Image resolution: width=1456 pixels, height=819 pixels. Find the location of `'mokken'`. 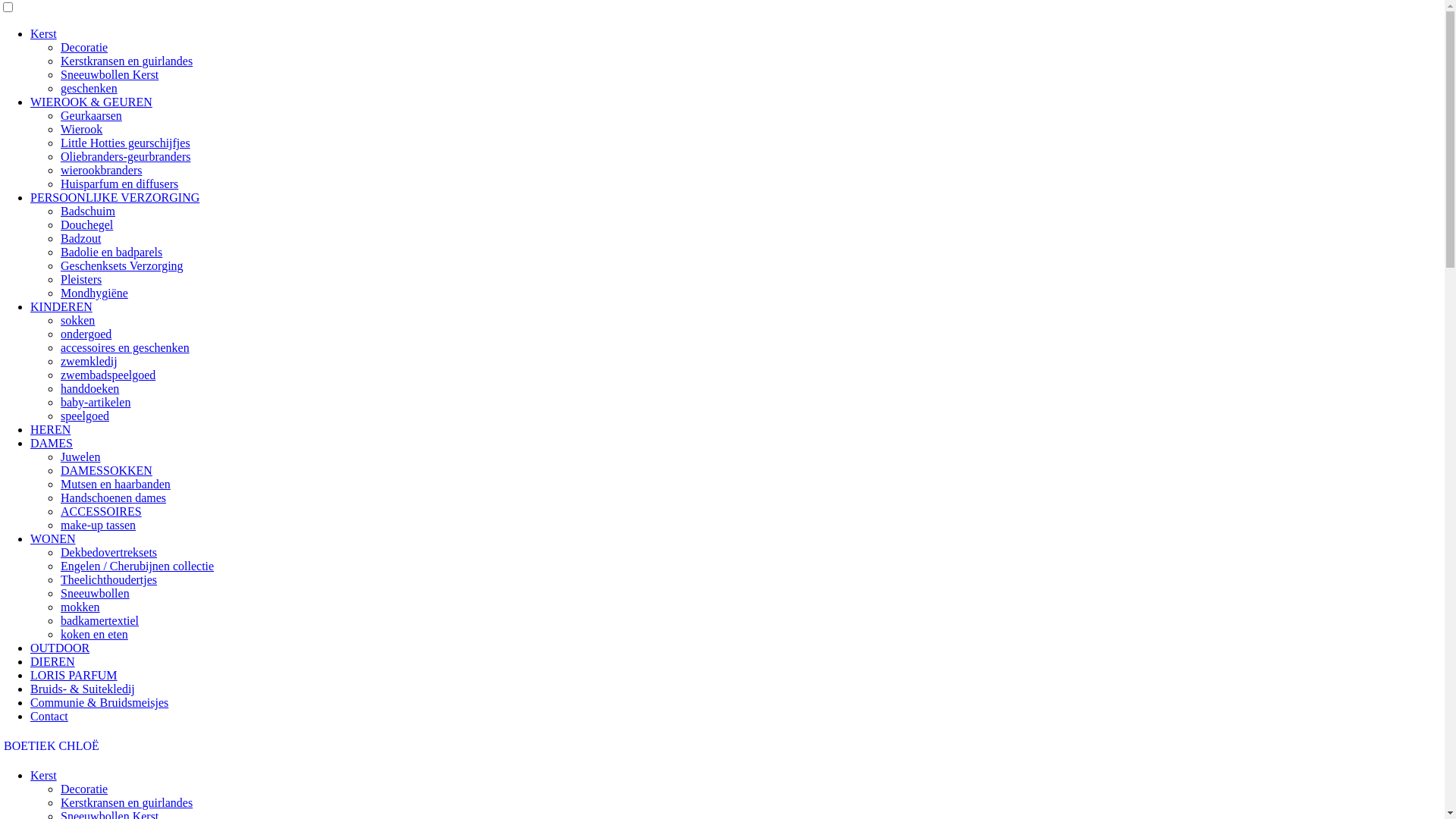

'mokken' is located at coordinates (79, 606).